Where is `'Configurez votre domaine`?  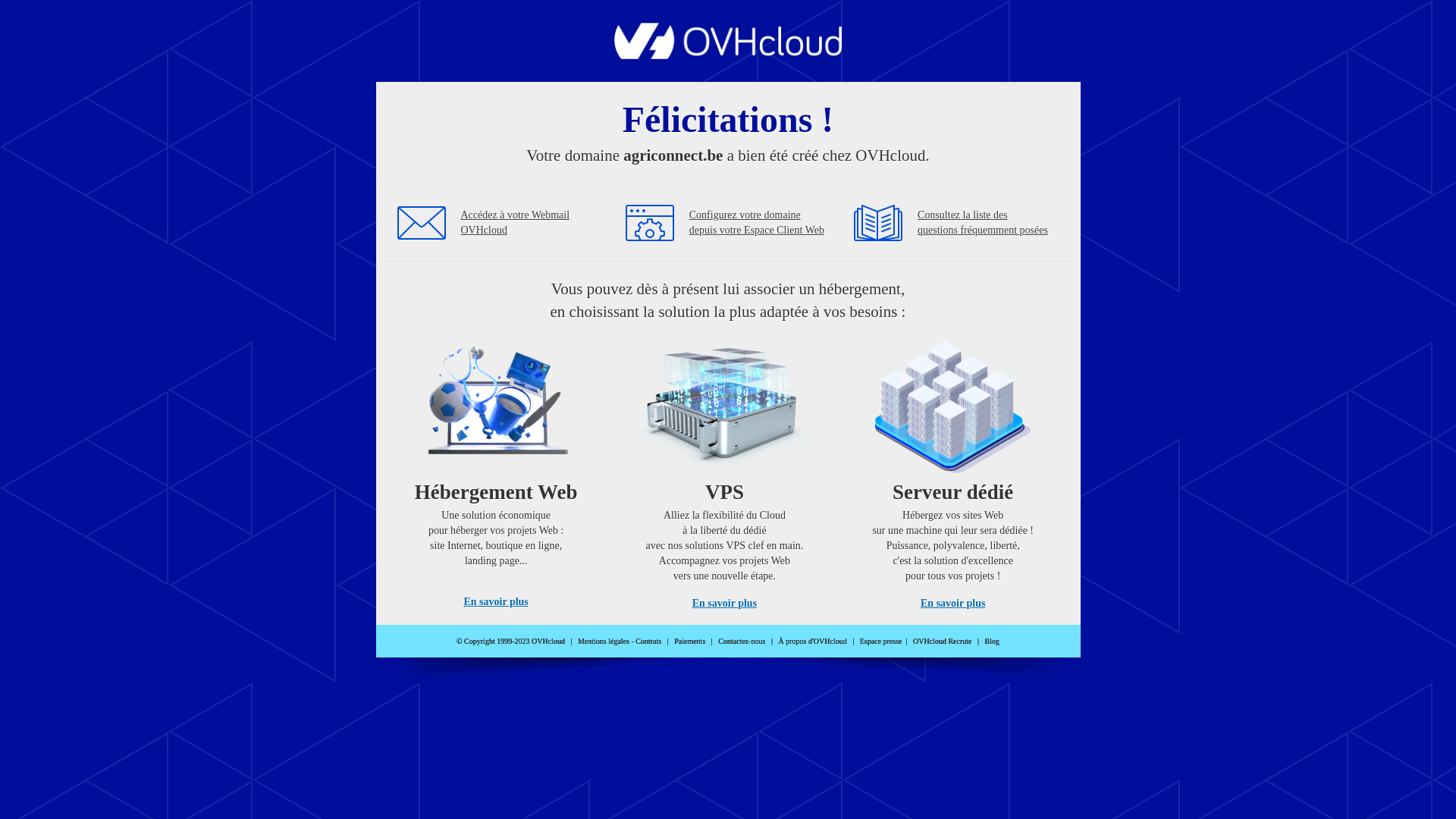 'Configurez votre domaine is located at coordinates (757, 222).